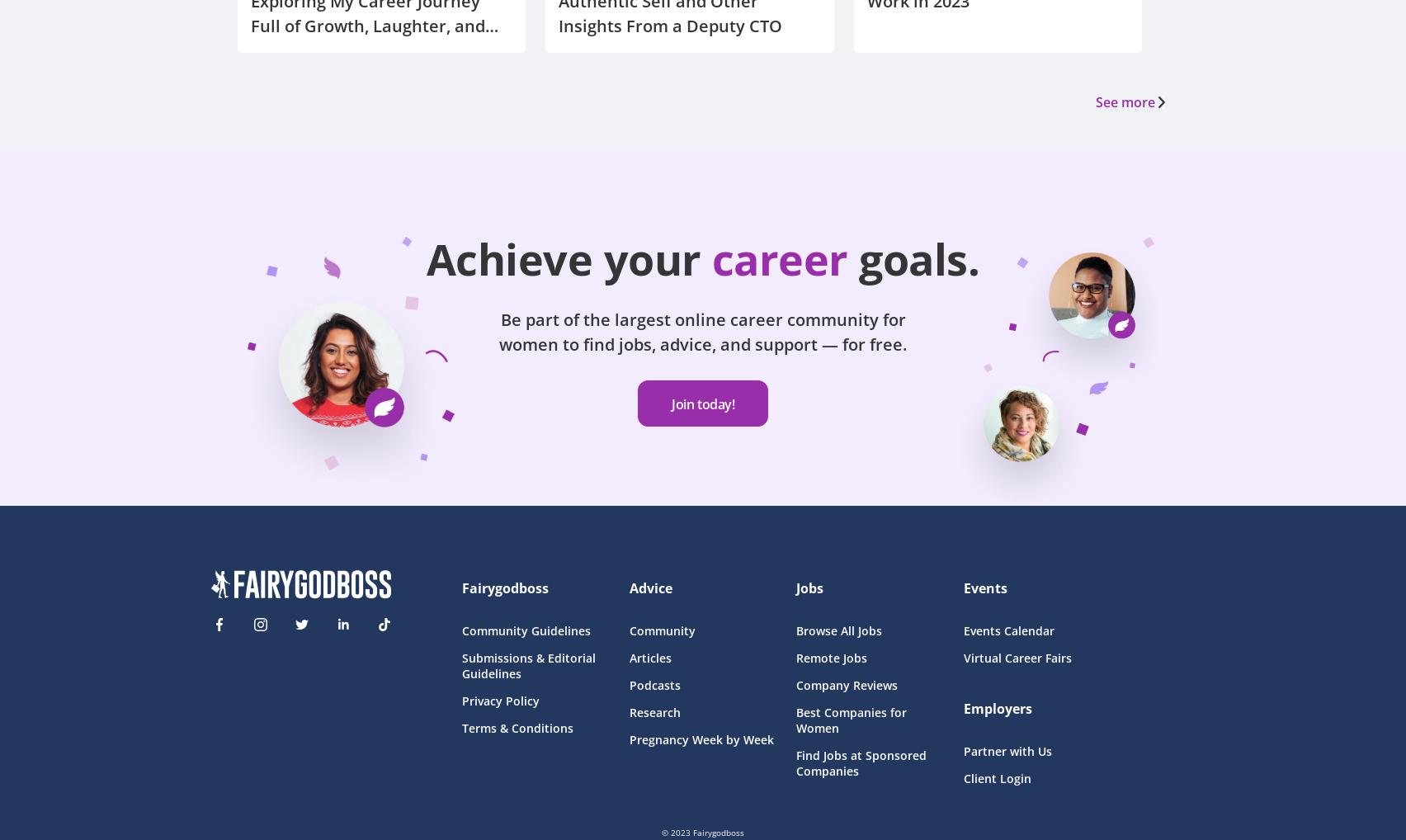  Describe the element at coordinates (700, 739) in the screenshot. I see `'Pregnancy Week by Week'` at that location.